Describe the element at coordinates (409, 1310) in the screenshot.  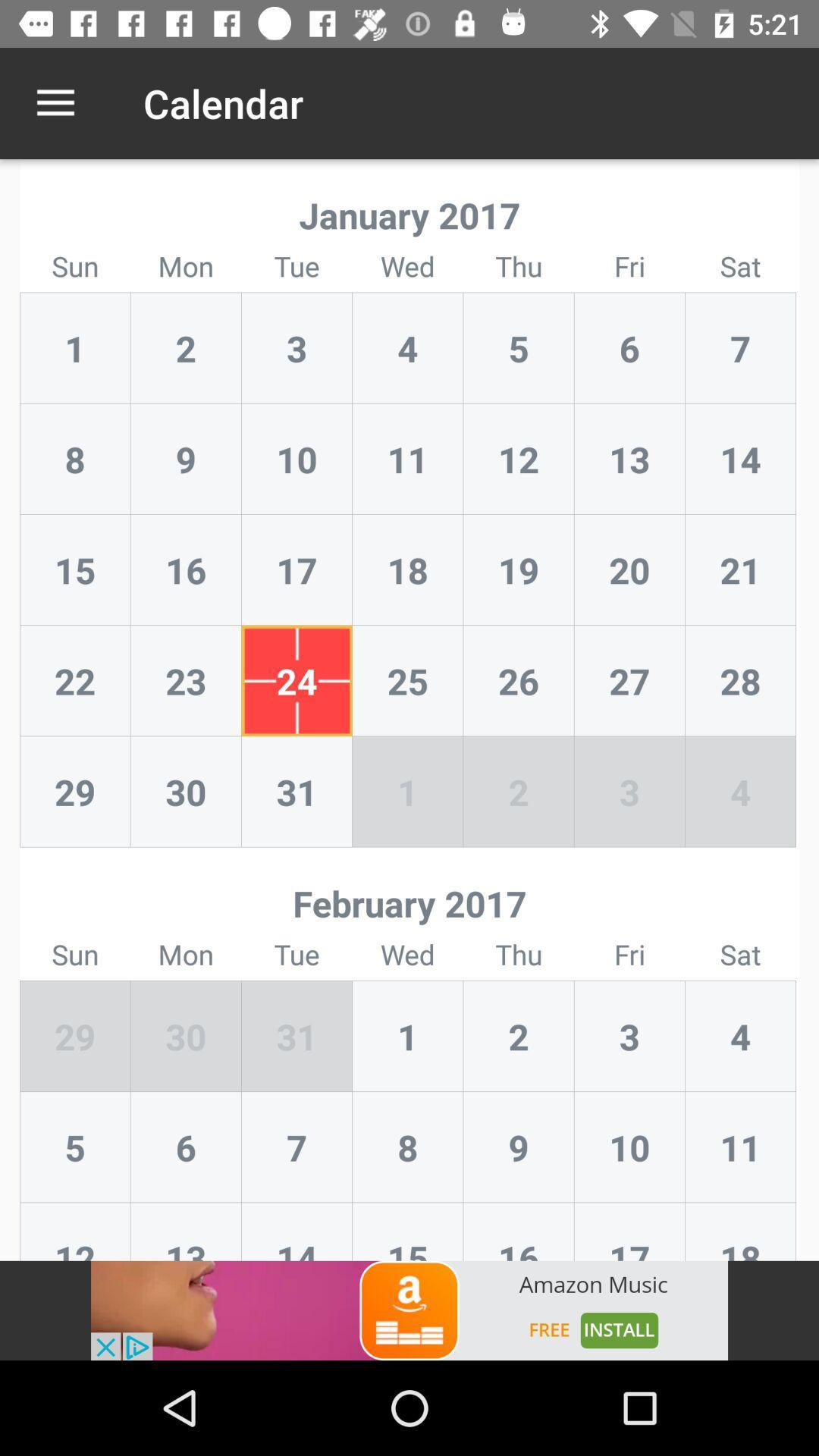
I see `advertisements banner` at that location.